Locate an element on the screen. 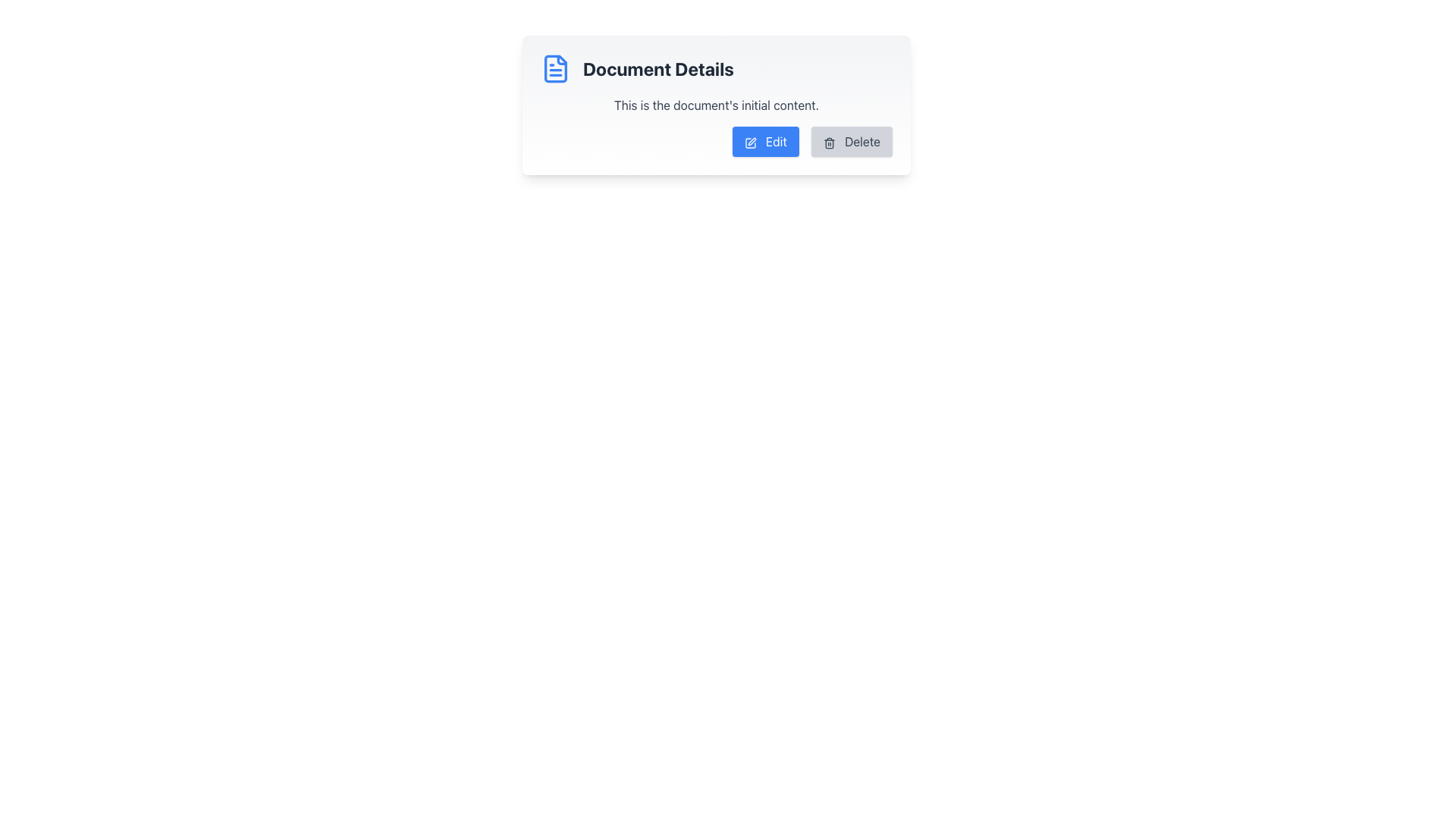 The image size is (1456, 819). the text element displaying 'This is the document's initial content.' which is located below the heading 'Document Details' is located at coordinates (716, 104).